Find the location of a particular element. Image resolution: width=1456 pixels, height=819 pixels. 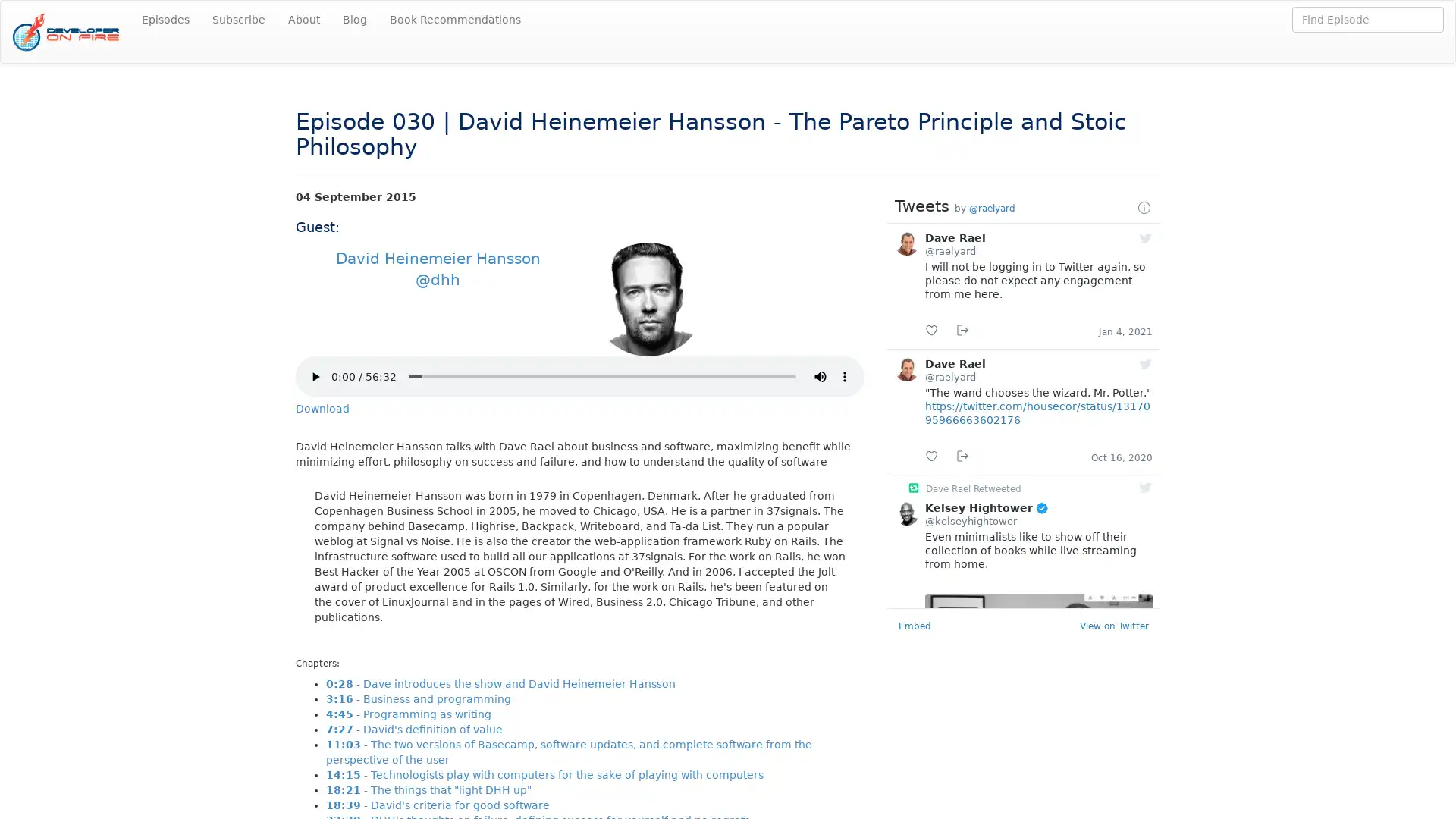

play is located at coordinates (315, 375).